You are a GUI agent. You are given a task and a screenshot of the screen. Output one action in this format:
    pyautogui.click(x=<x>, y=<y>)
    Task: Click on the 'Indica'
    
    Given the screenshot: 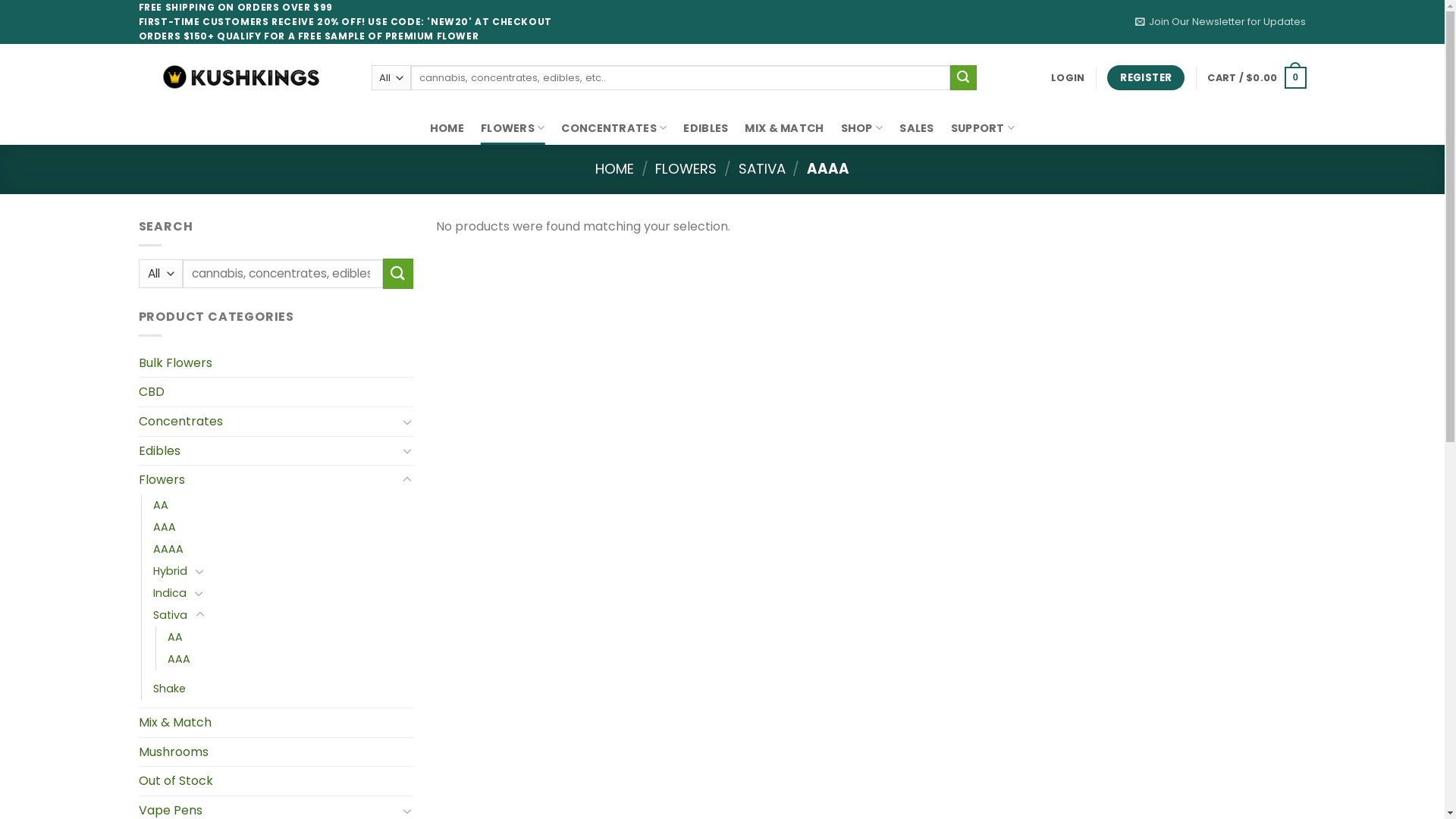 What is the action you would take?
    pyautogui.click(x=170, y=592)
    